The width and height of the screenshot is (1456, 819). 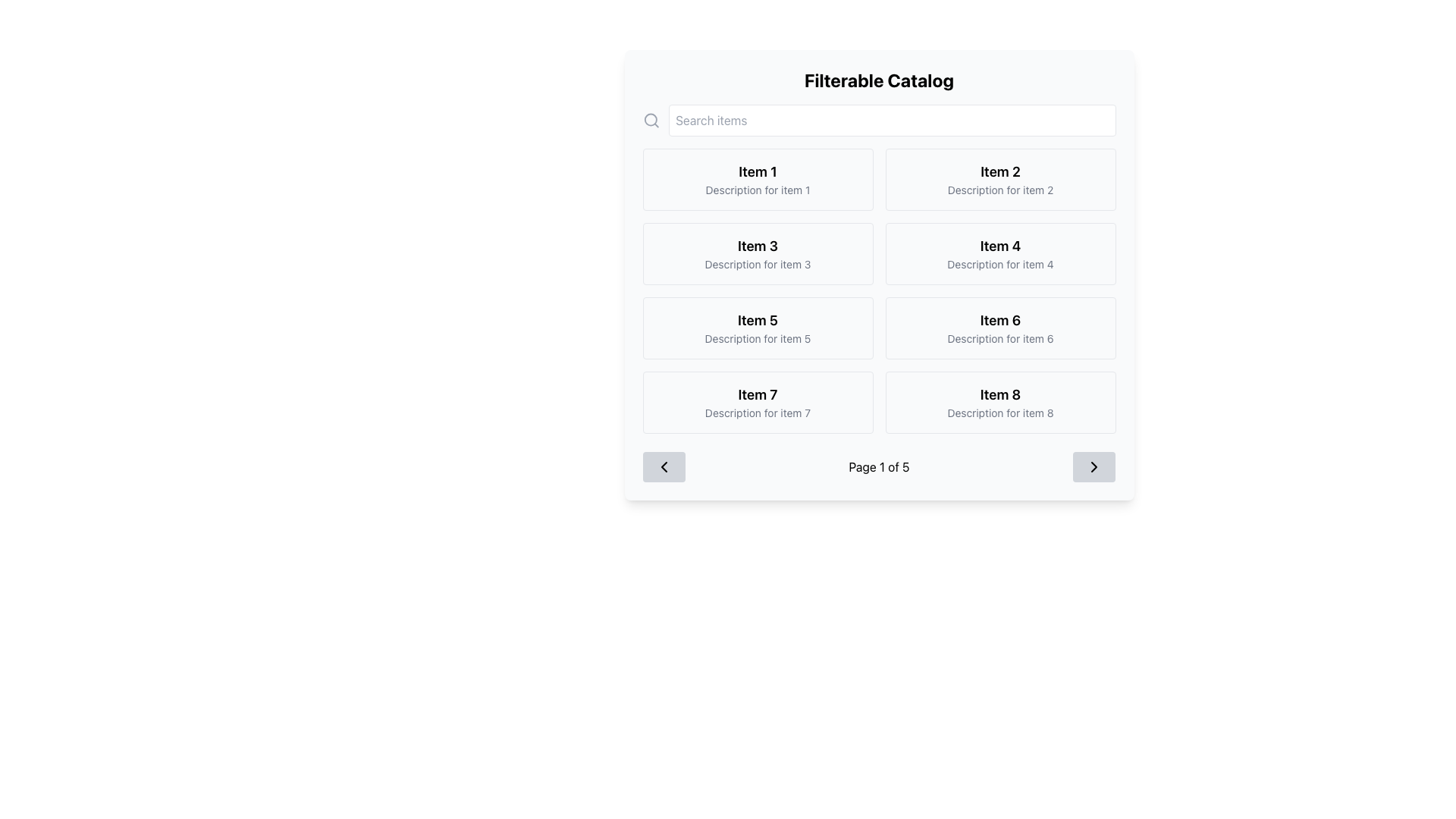 What do you see at coordinates (1000, 338) in the screenshot?
I see `the text label displaying 'Description for item 6', which is located below the title 'Item 6' in the catalog interface` at bounding box center [1000, 338].